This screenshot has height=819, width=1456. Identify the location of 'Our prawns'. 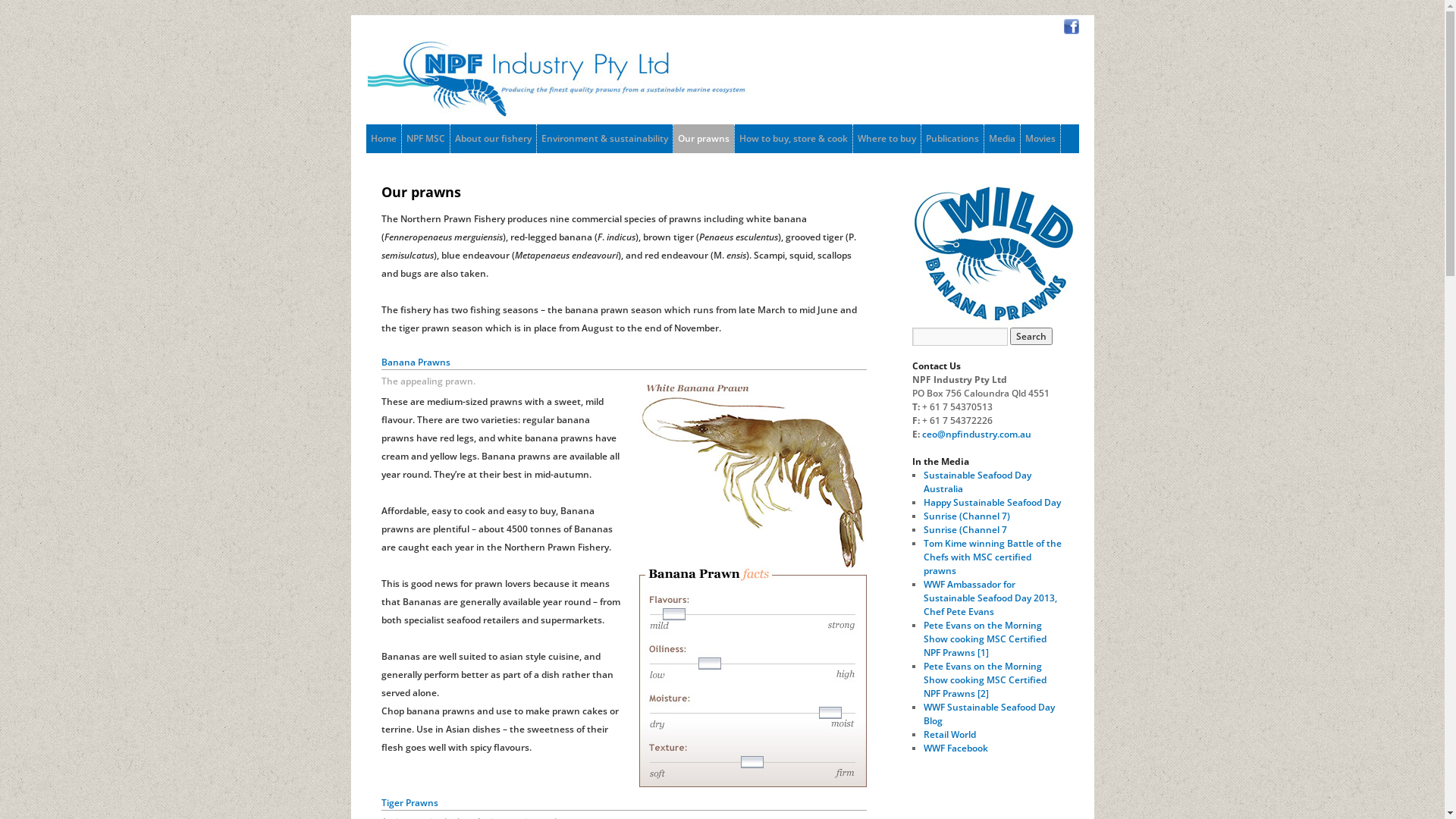
(702, 138).